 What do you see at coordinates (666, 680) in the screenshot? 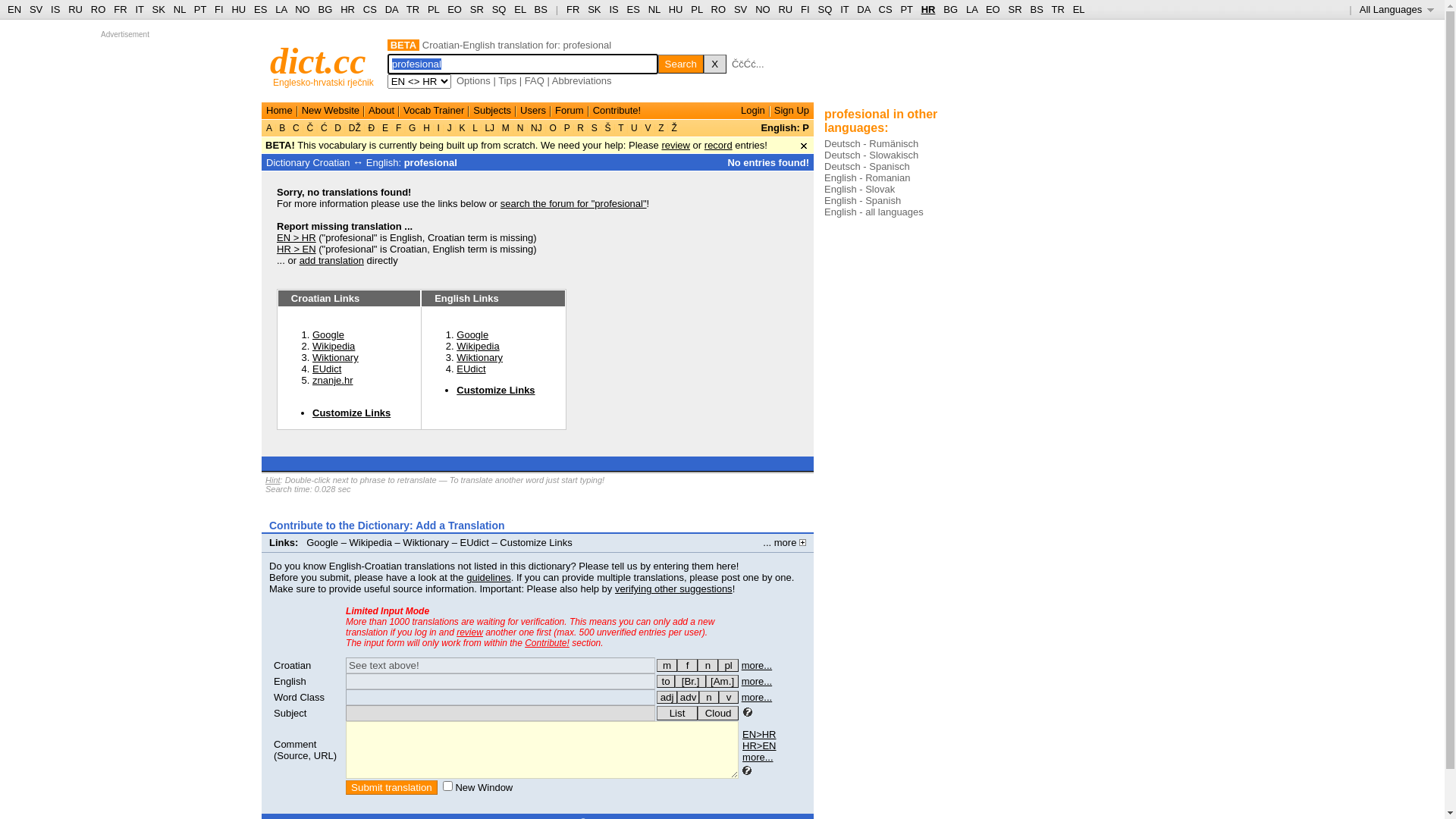
I see `'to'` at bounding box center [666, 680].